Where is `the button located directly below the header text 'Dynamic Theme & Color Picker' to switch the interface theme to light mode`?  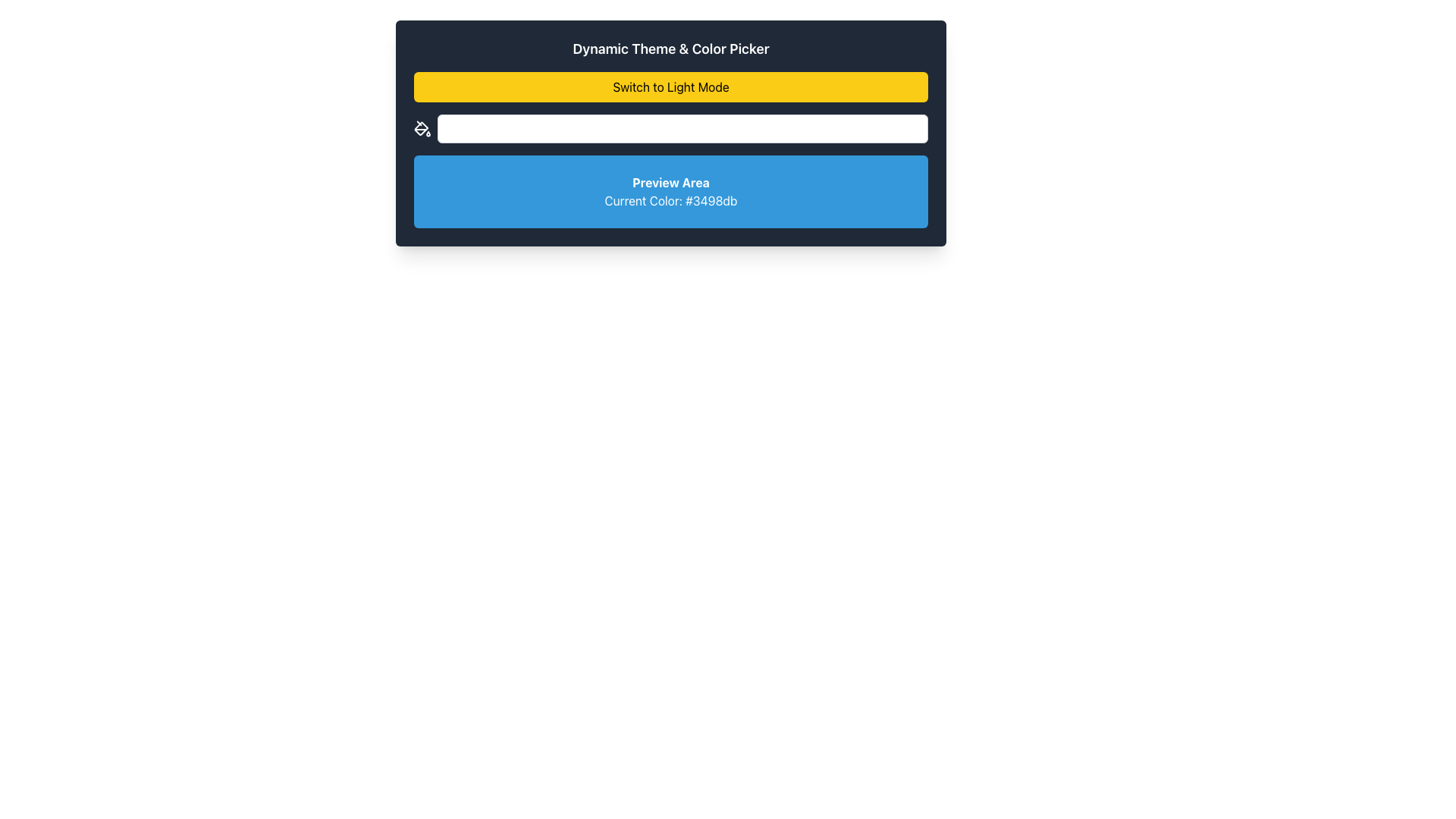 the button located directly below the header text 'Dynamic Theme & Color Picker' to switch the interface theme to light mode is located at coordinates (670, 87).